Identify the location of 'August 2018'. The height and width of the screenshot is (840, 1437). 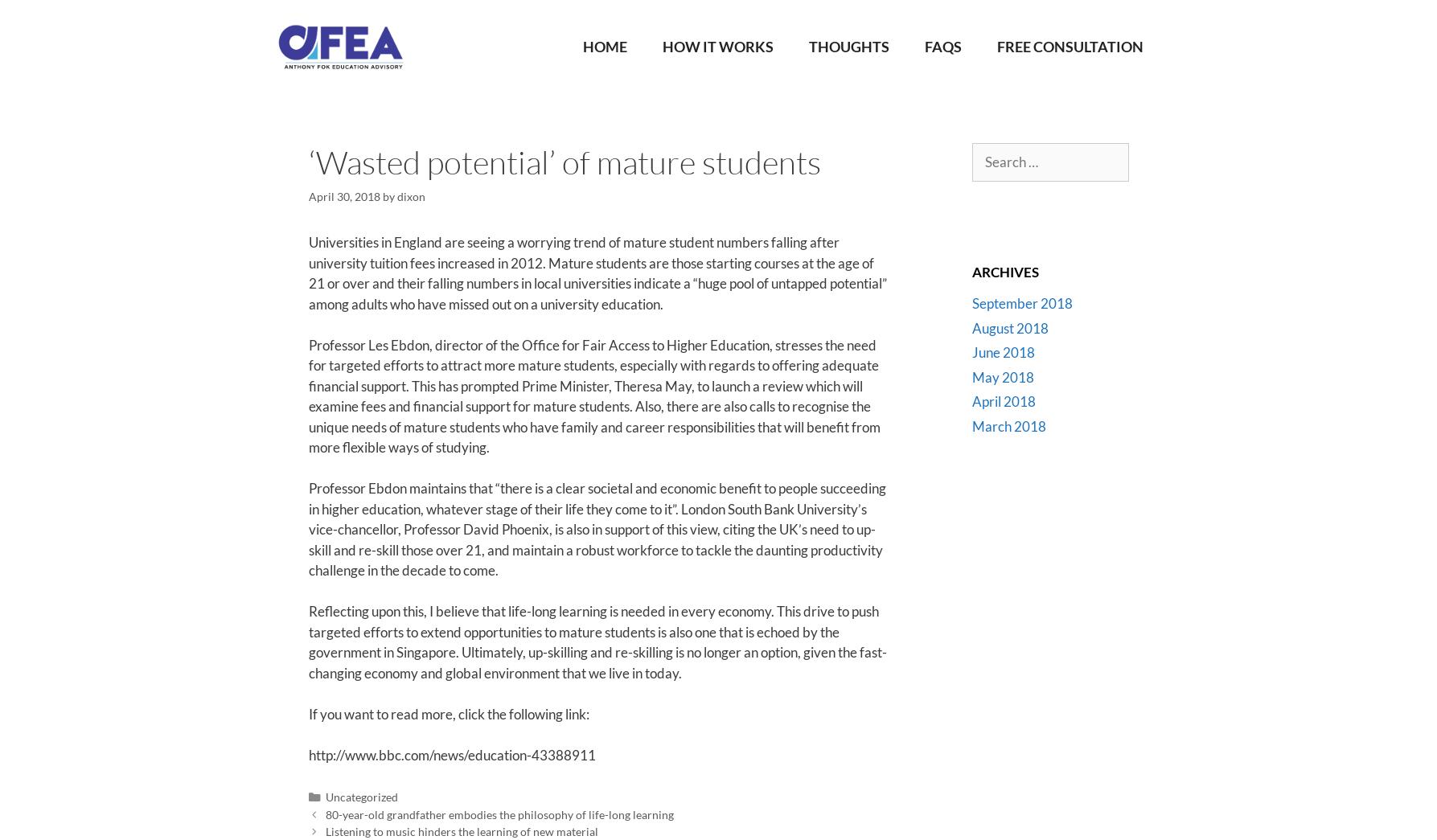
(1008, 327).